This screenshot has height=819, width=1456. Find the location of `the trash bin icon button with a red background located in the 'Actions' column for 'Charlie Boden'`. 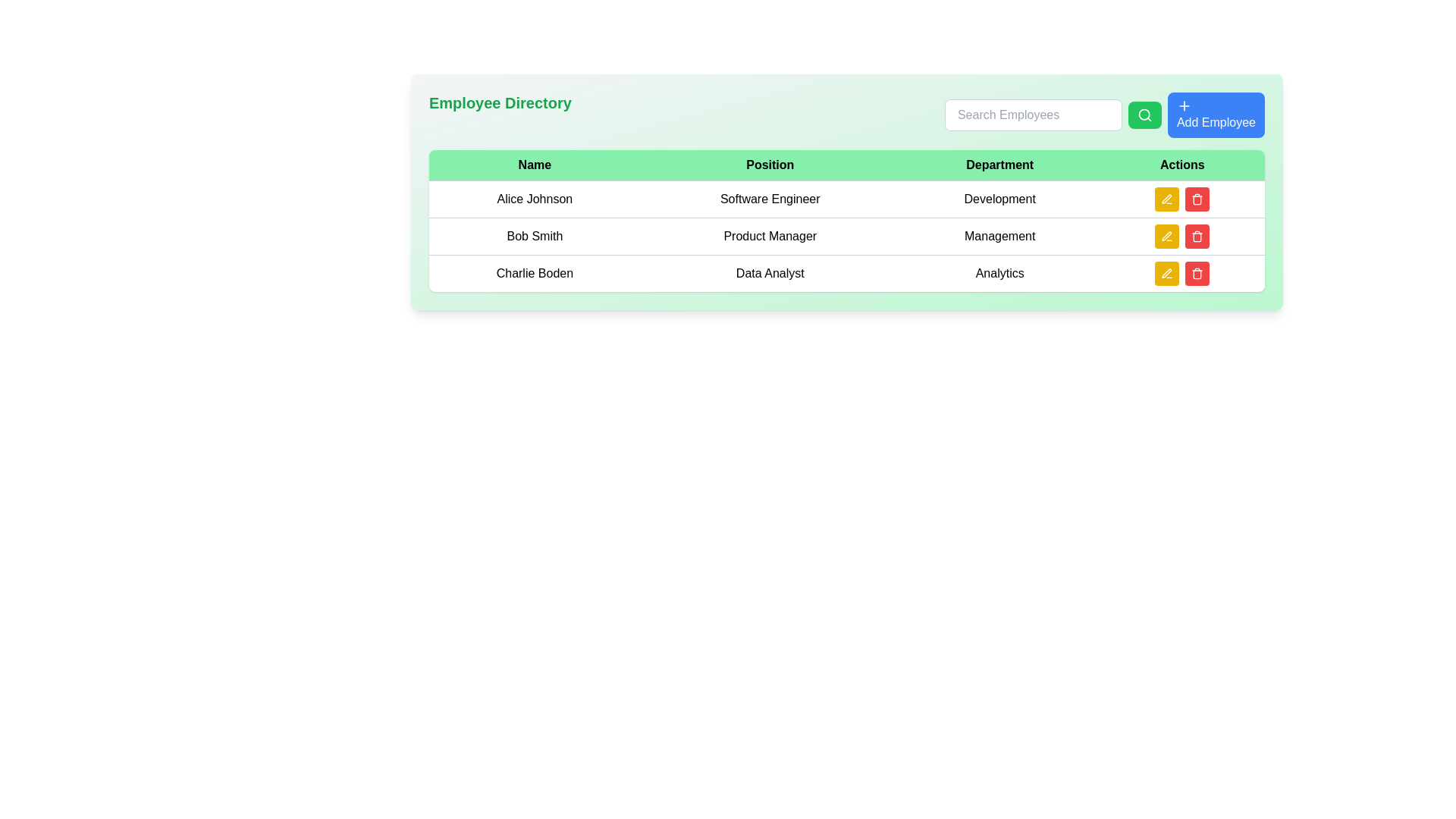

the trash bin icon button with a red background located in the 'Actions' column for 'Charlie Boden' is located at coordinates (1197, 198).